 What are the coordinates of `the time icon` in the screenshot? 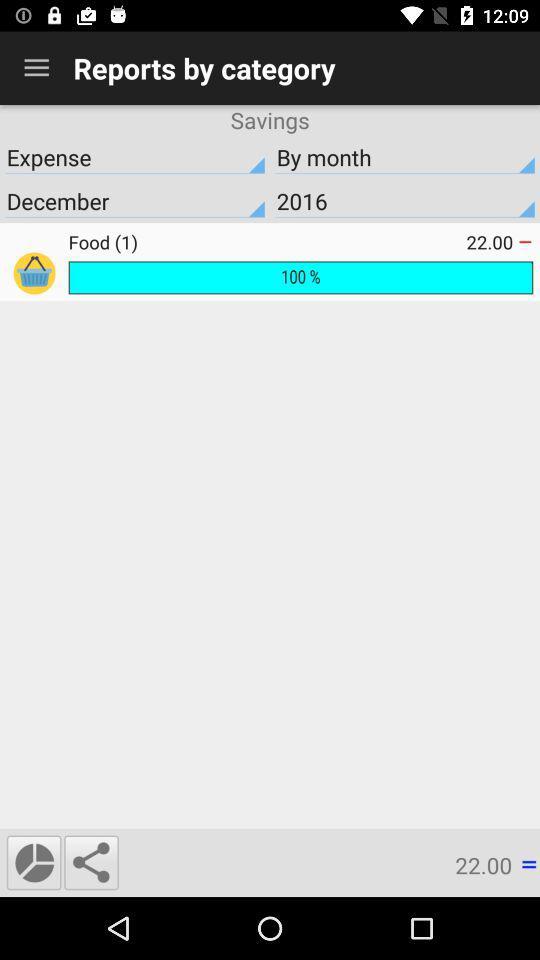 It's located at (33, 861).